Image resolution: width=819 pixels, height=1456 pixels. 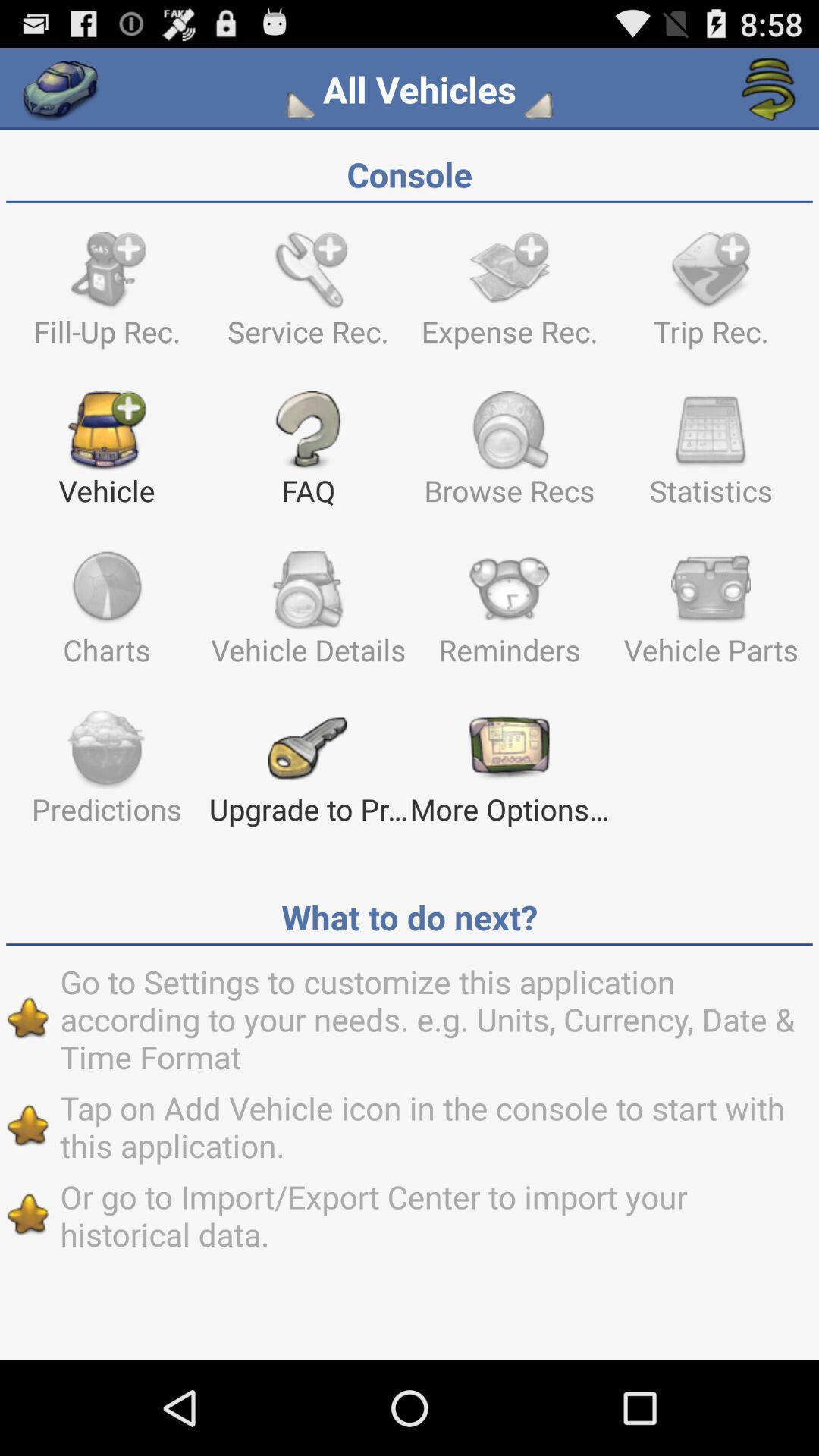 What do you see at coordinates (106, 454) in the screenshot?
I see `the vehicle image` at bounding box center [106, 454].